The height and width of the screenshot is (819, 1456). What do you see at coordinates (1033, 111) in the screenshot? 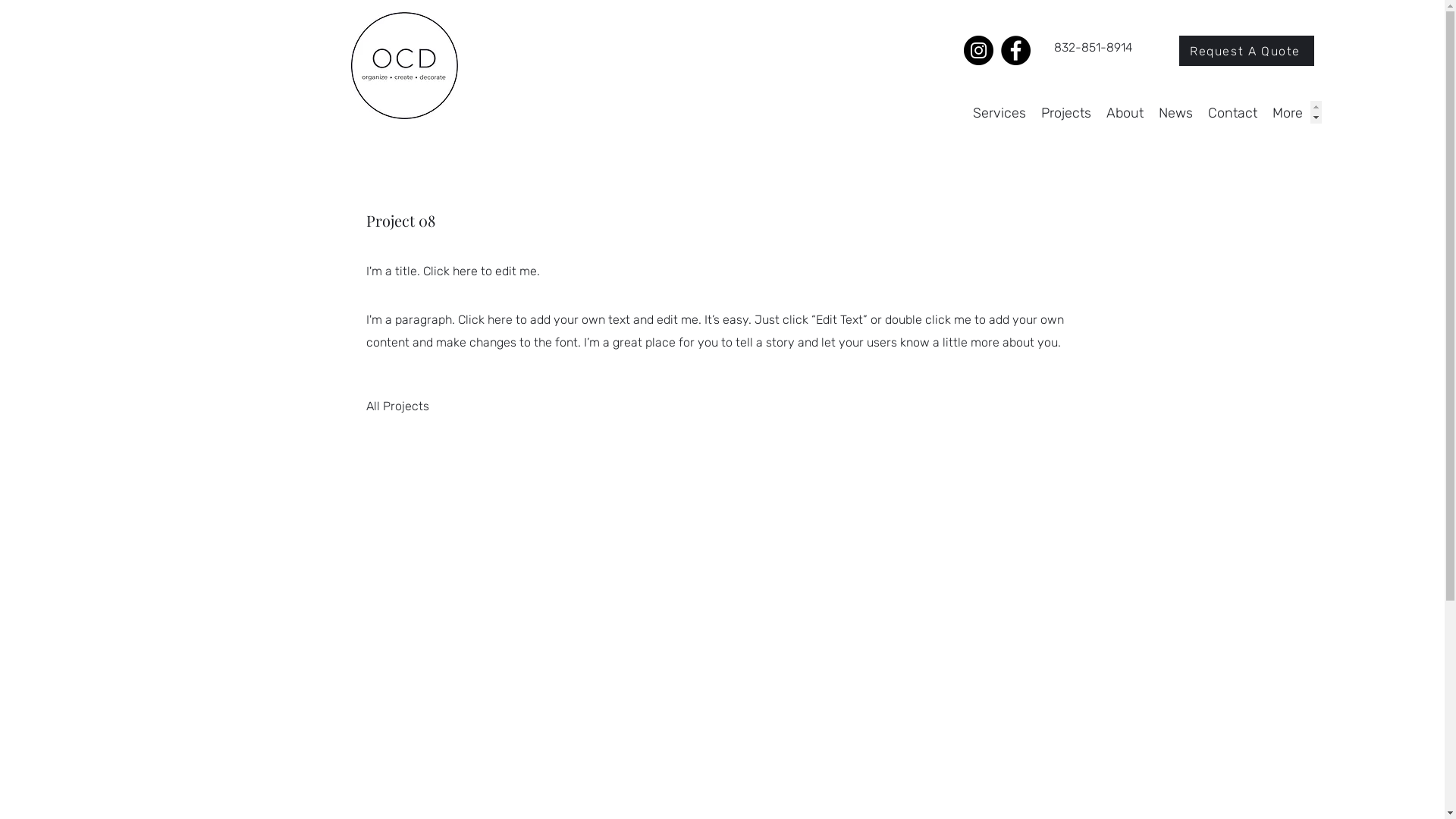
I see `'Projects'` at bounding box center [1033, 111].